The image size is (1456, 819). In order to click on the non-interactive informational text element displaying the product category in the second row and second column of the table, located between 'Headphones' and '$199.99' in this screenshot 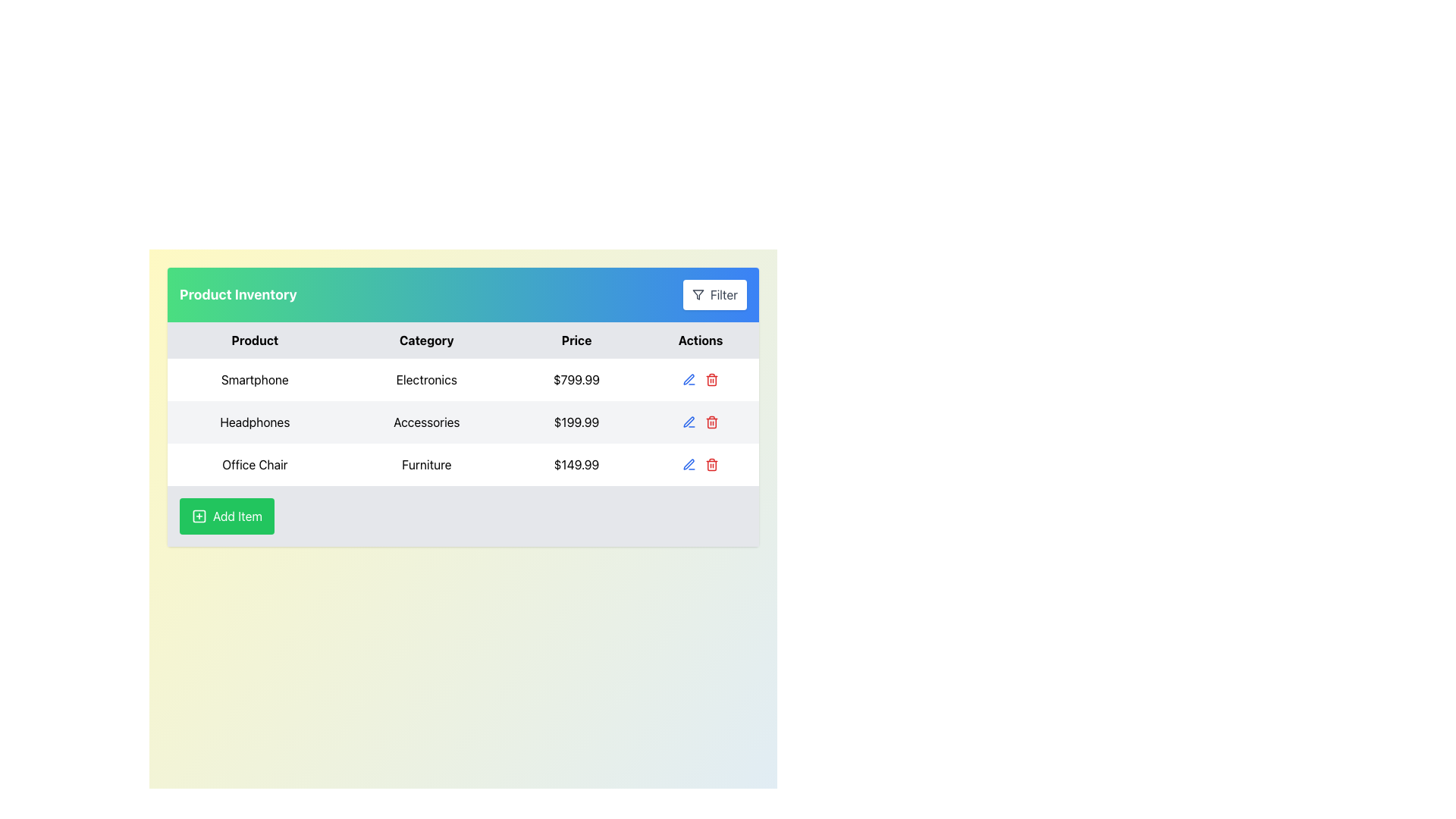, I will do `click(425, 422)`.